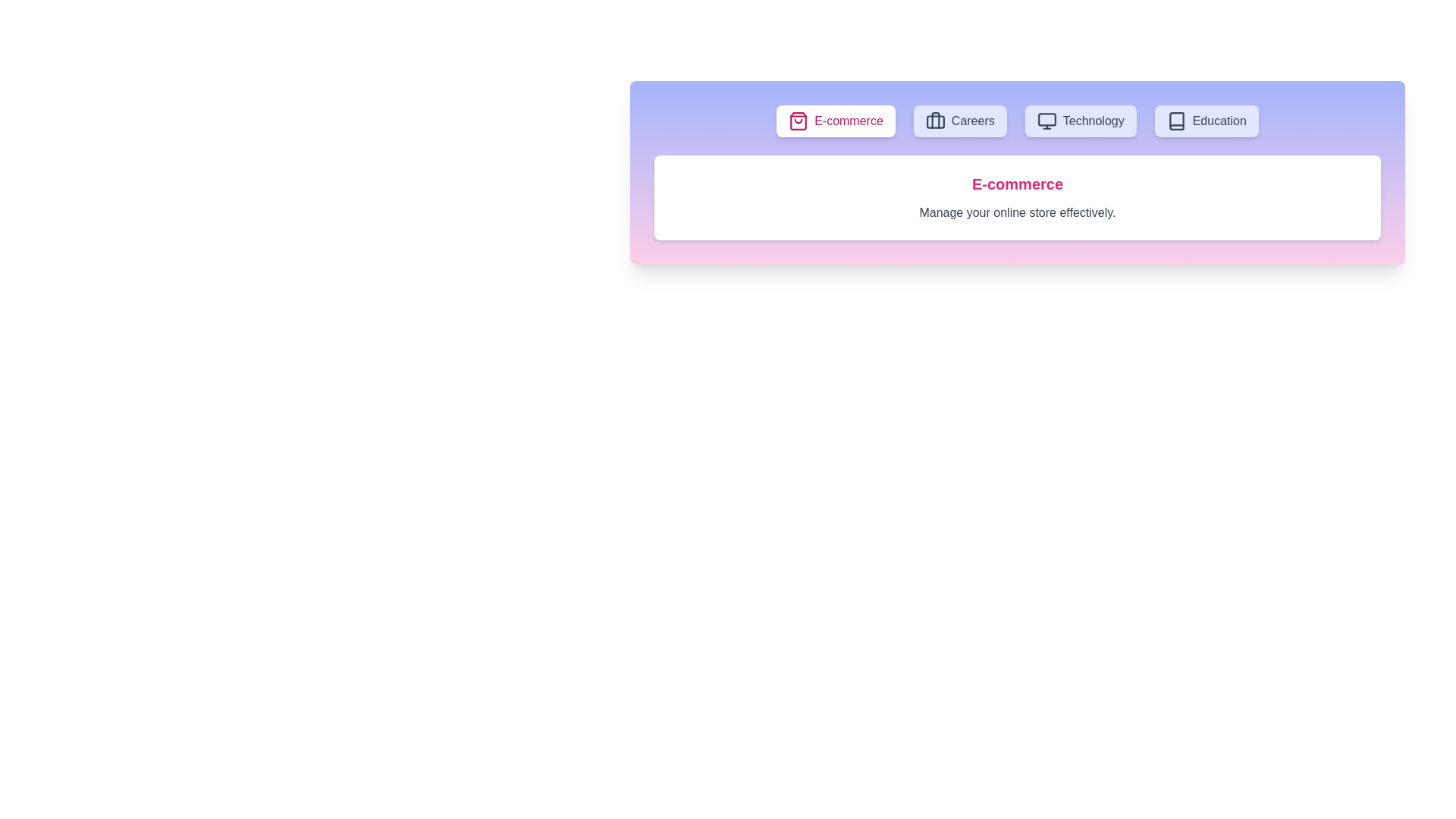 Image resolution: width=1456 pixels, height=819 pixels. Describe the element at coordinates (959, 120) in the screenshot. I see `the Careers tab` at that location.